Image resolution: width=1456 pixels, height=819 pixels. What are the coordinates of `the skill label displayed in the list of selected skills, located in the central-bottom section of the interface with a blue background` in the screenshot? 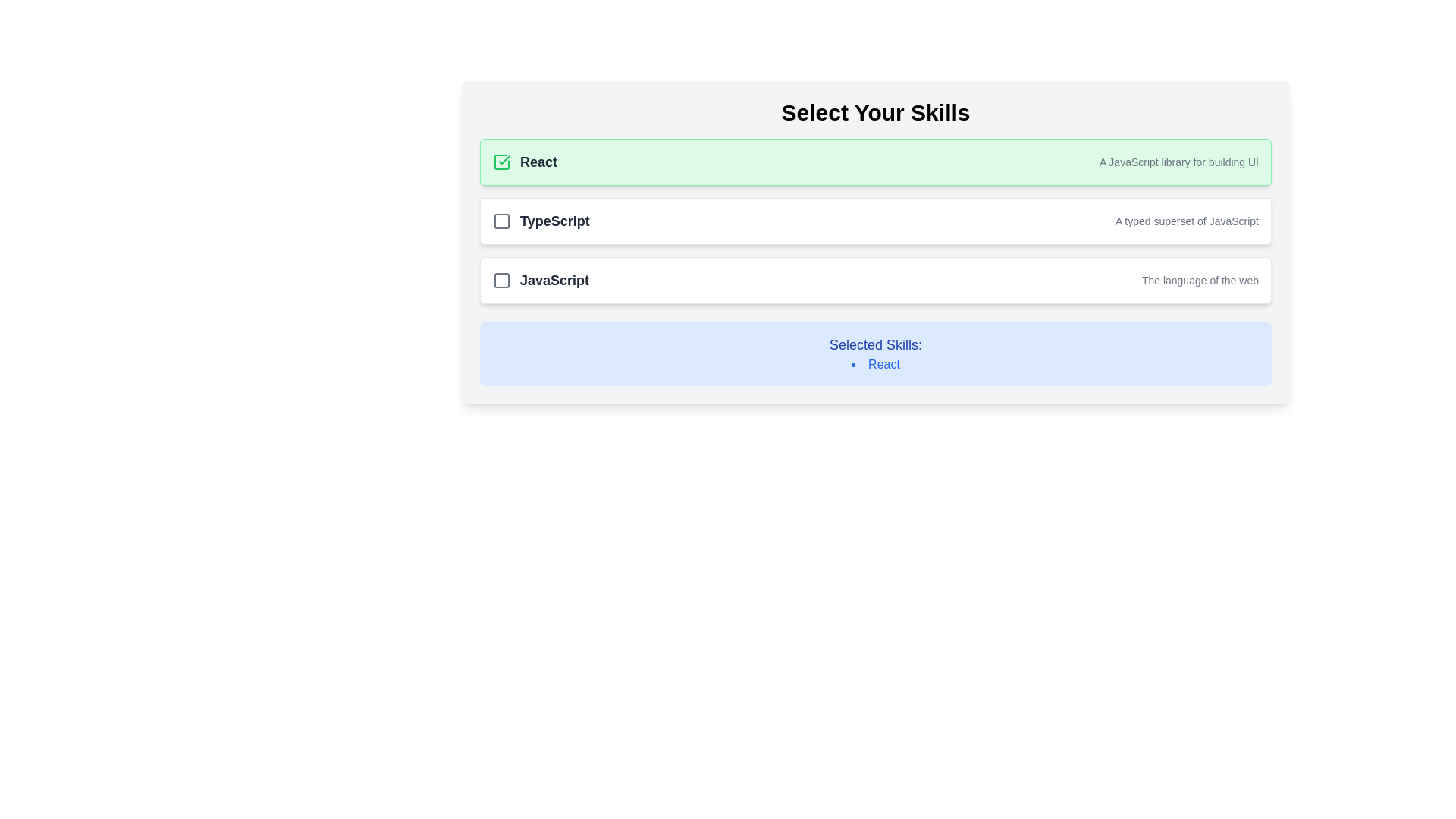 It's located at (876, 365).